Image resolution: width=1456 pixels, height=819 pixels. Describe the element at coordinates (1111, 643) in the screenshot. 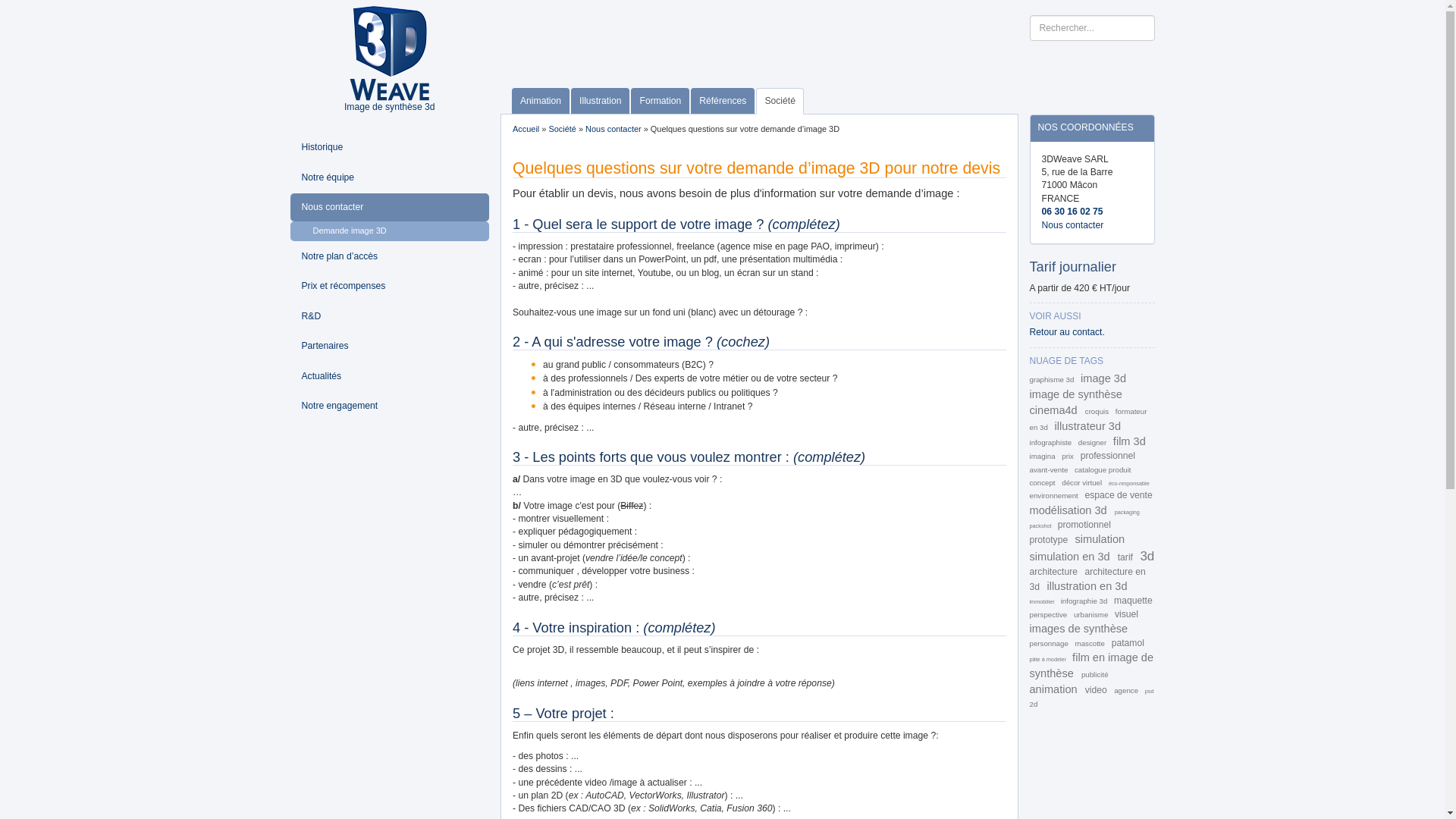

I see `'patamol'` at that location.